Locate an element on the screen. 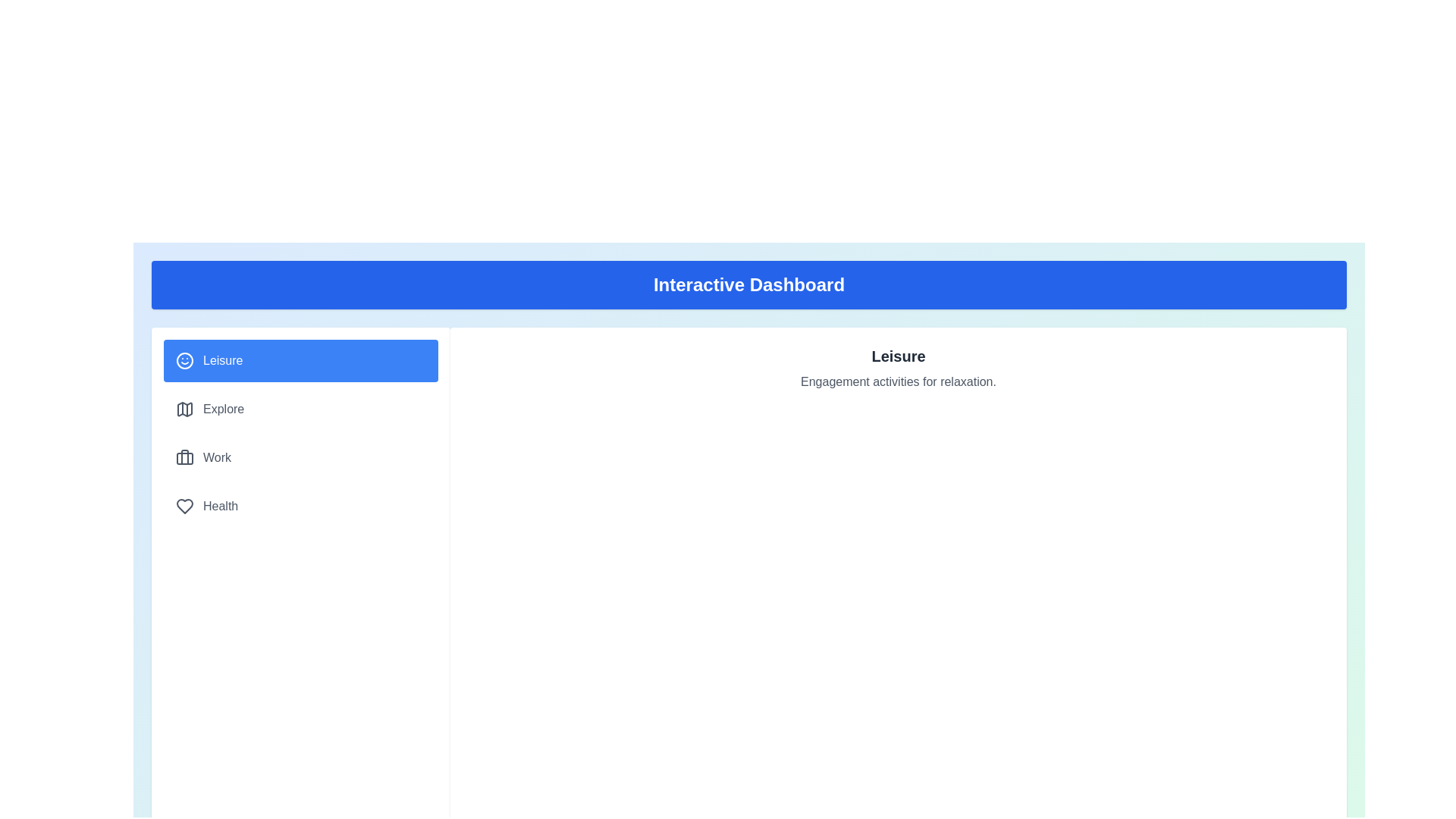 The image size is (1456, 819). the tab labeled Health from the navigation panel is located at coordinates (301, 506).